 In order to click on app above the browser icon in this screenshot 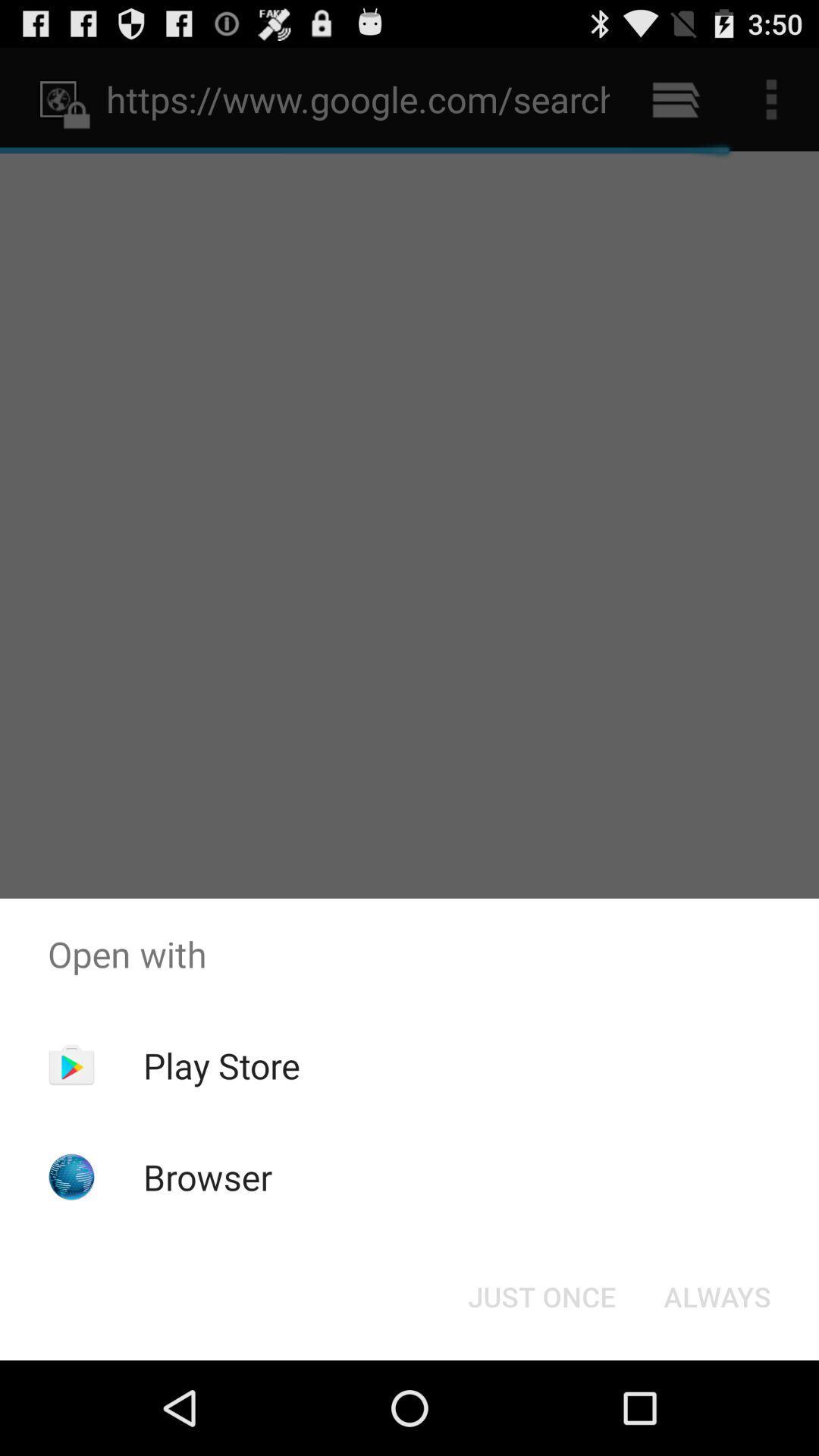, I will do `click(221, 1065)`.